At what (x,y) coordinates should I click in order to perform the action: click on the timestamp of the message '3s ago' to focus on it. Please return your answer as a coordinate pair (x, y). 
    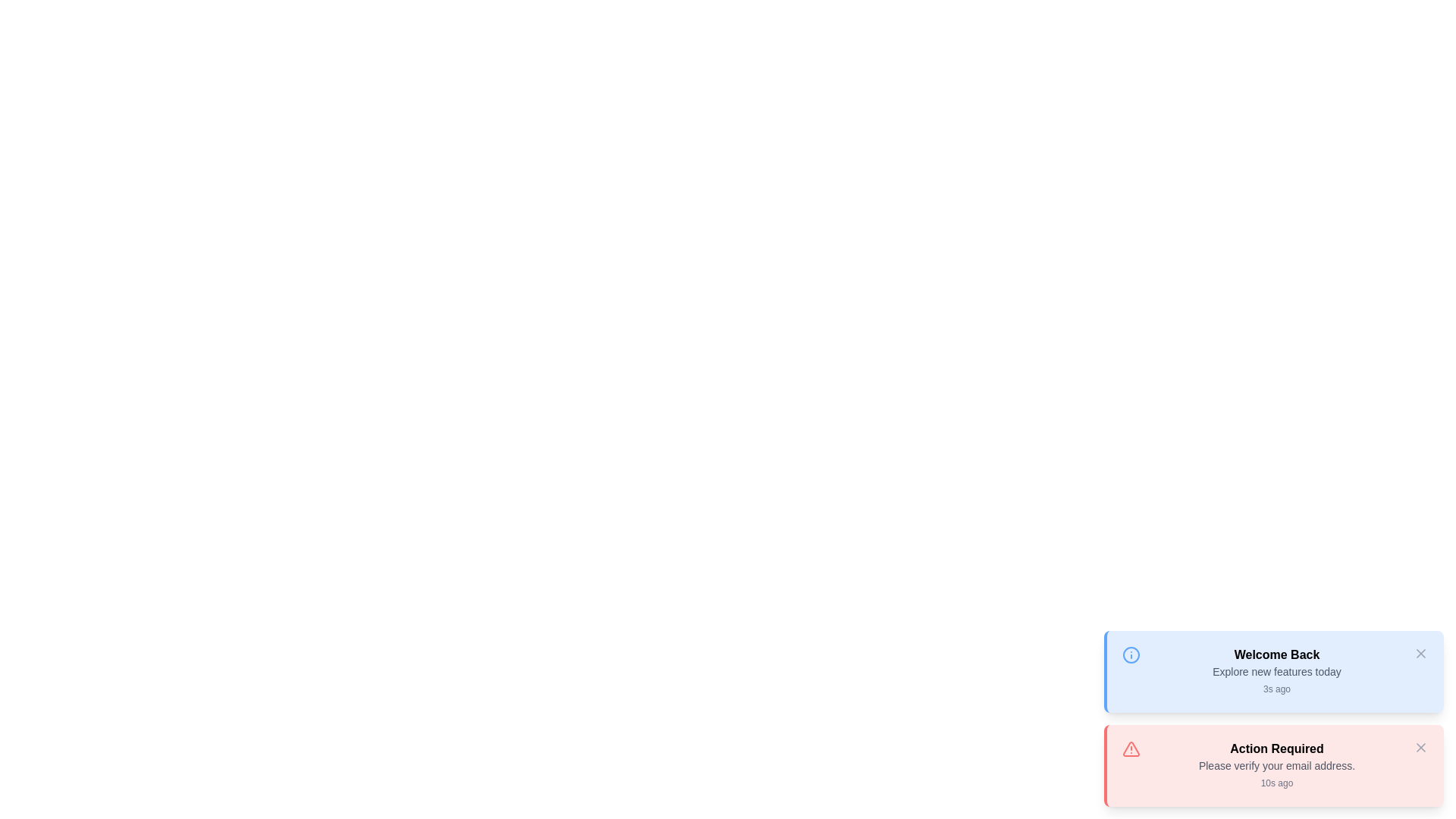
    Looking at the image, I should click on (1276, 689).